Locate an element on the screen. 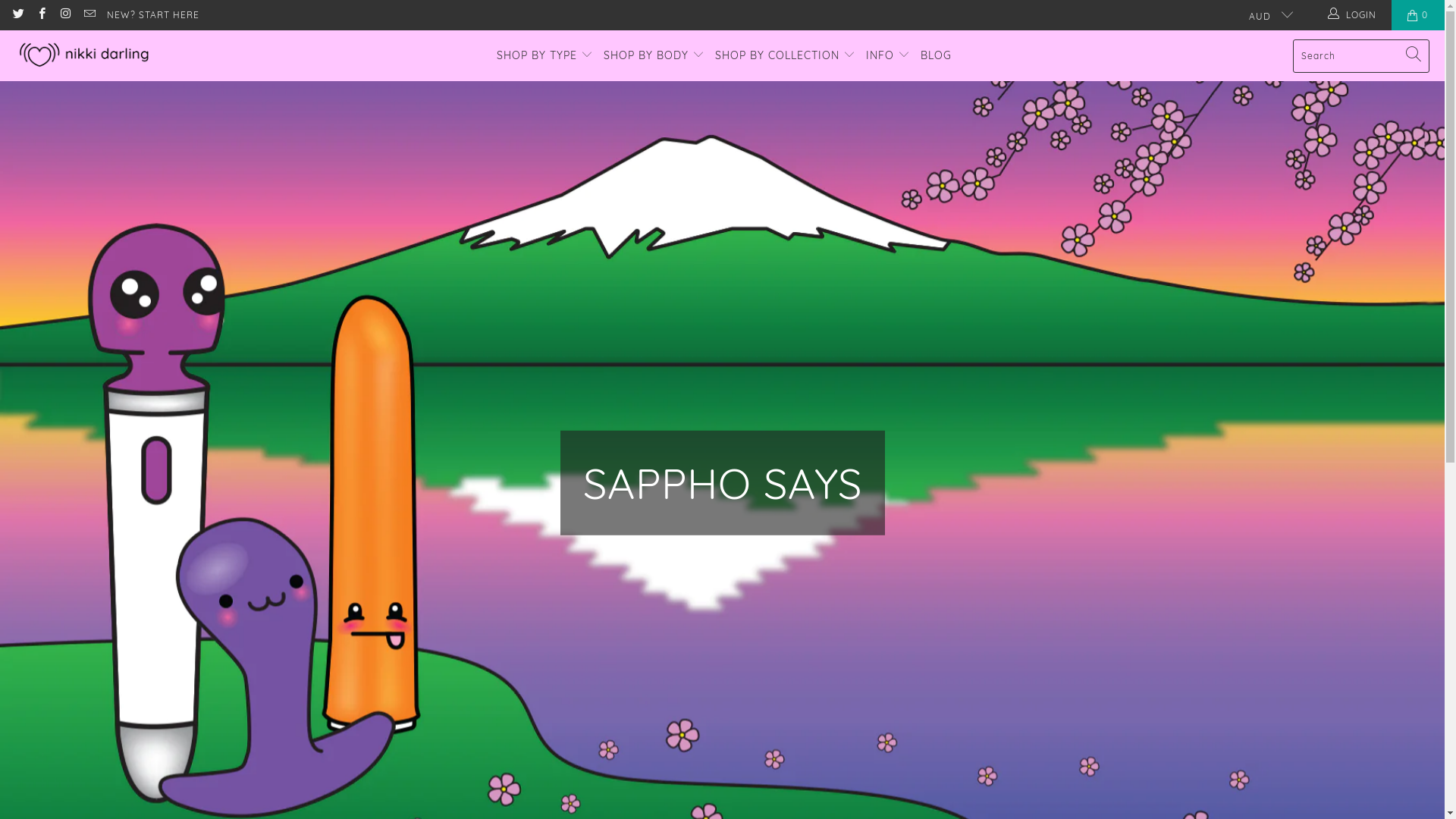 Image resolution: width=1456 pixels, height=819 pixels. 'SHOP BY TYPE' is located at coordinates (544, 55).